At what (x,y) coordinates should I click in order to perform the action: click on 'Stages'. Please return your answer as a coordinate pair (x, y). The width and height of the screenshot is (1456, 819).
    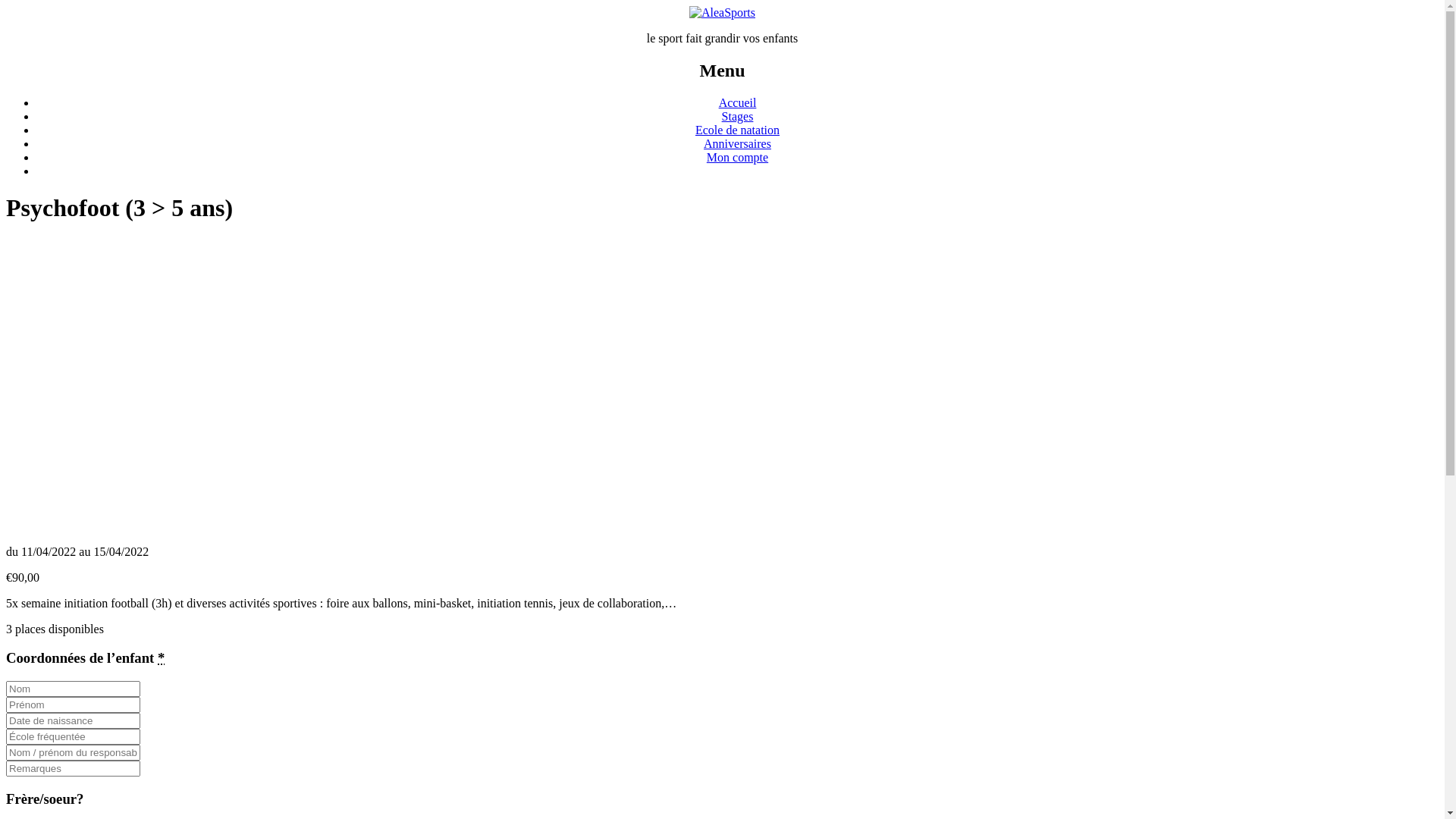
    Looking at the image, I should click on (738, 115).